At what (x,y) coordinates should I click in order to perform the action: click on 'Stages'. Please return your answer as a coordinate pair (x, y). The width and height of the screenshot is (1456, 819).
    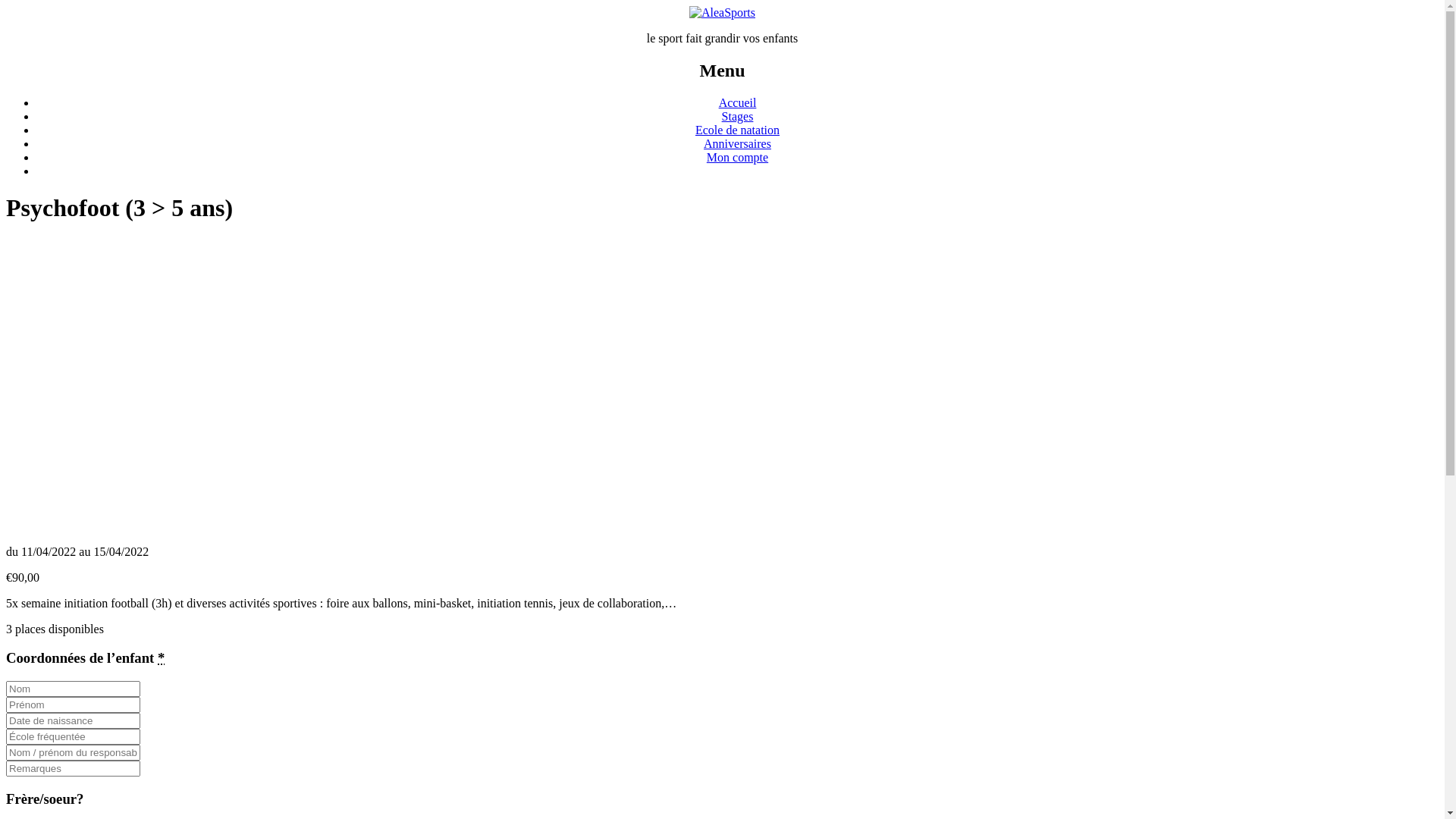
    Looking at the image, I should click on (738, 115).